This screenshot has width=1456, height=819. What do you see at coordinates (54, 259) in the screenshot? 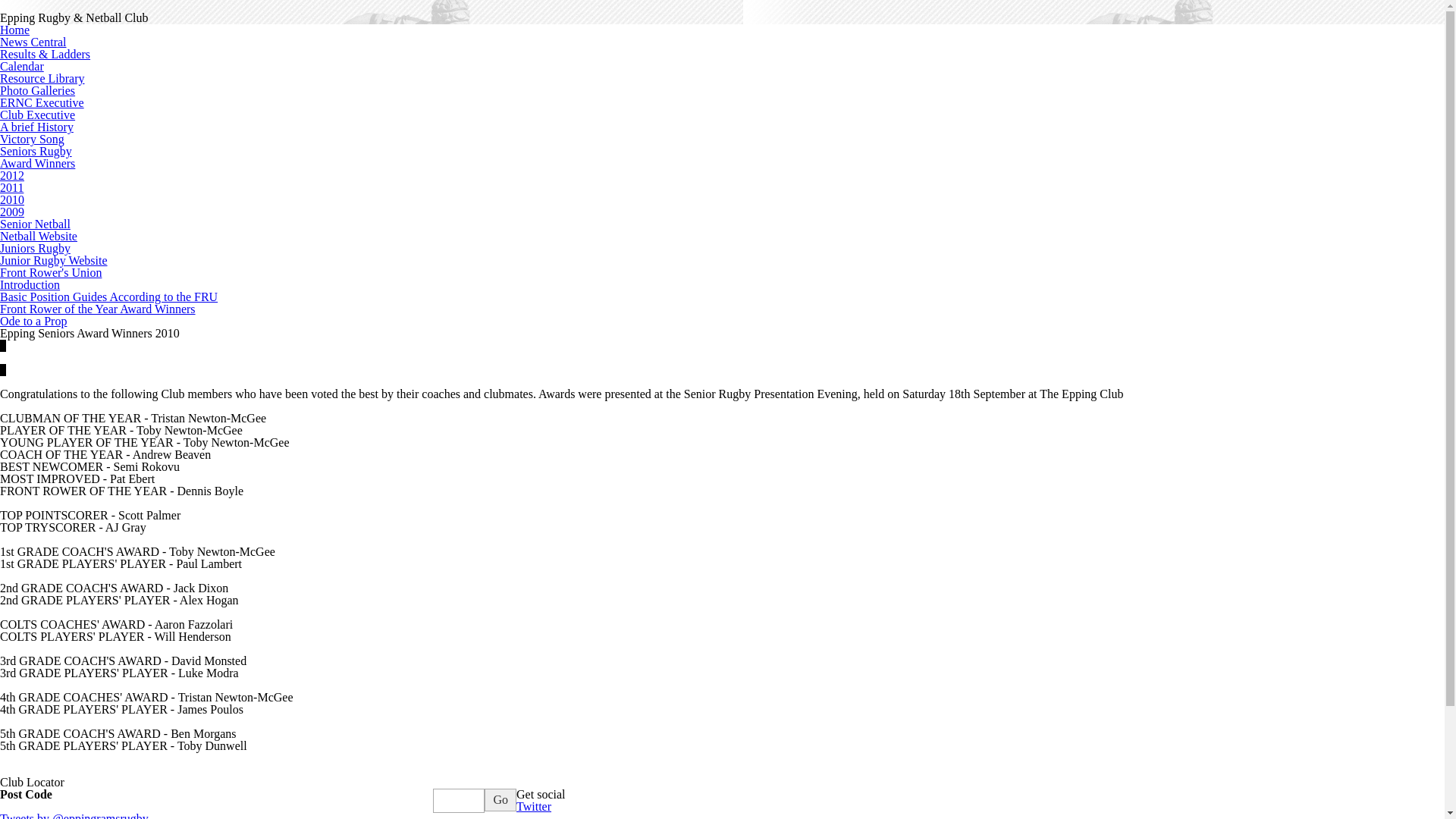
I see `'Junior Rugby Website'` at bounding box center [54, 259].